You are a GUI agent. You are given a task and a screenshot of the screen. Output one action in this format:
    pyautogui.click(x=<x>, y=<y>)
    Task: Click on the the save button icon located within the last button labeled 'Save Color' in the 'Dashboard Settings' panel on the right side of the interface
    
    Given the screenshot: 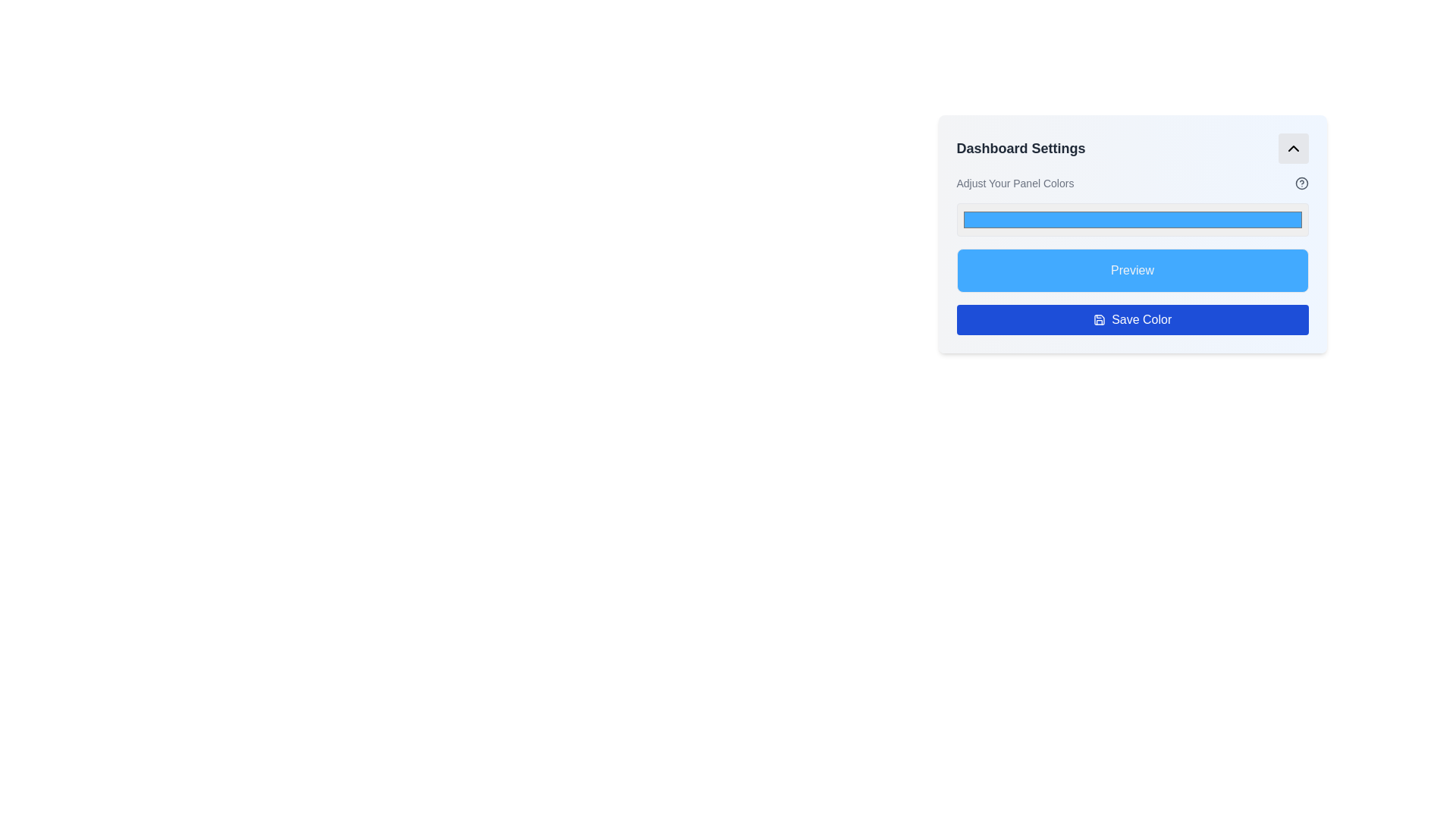 What is the action you would take?
    pyautogui.click(x=1099, y=318)
    